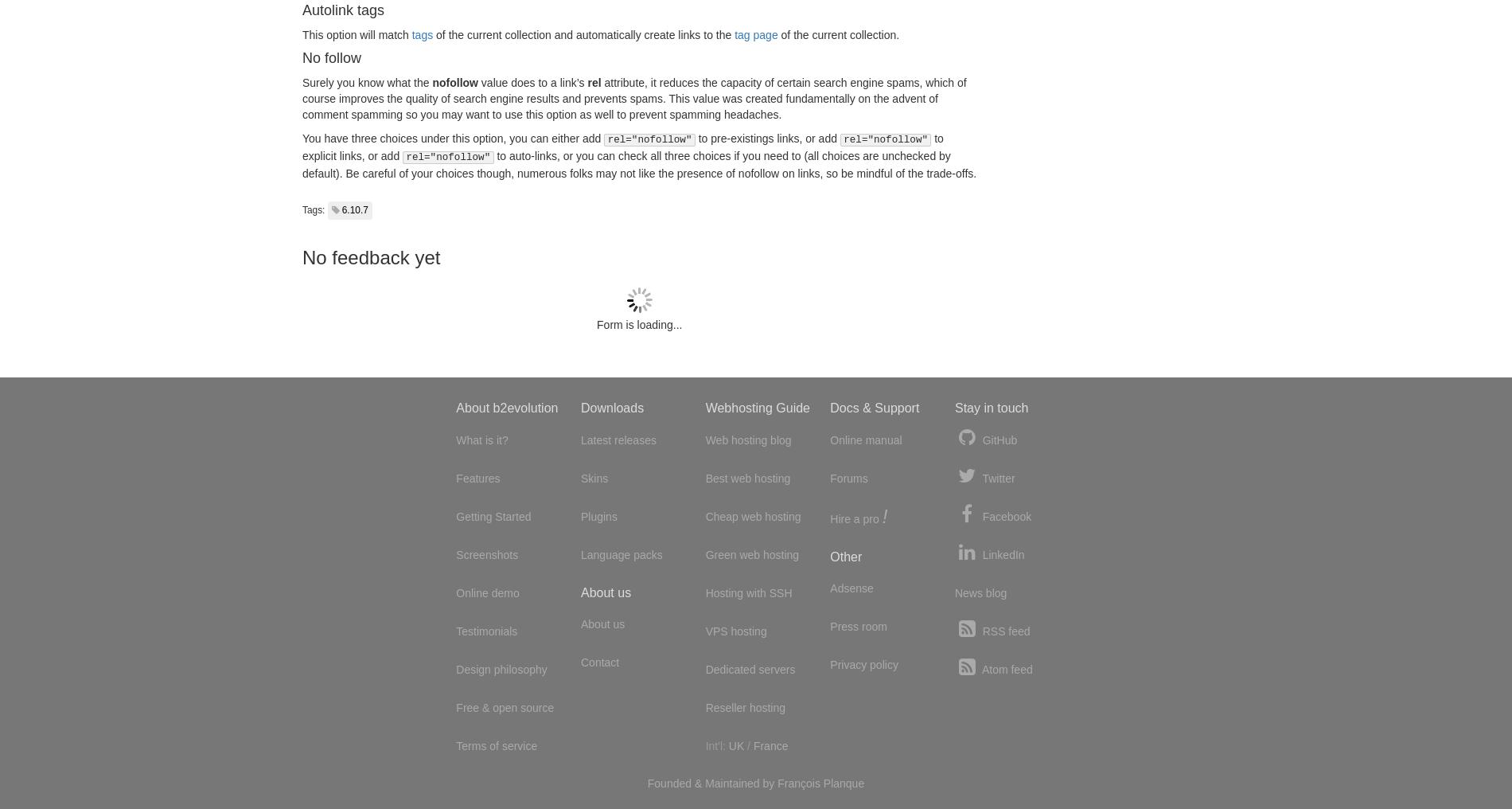 This screenshot has height=809, width=1512. I want to click on 'UK', so click(735, 745).